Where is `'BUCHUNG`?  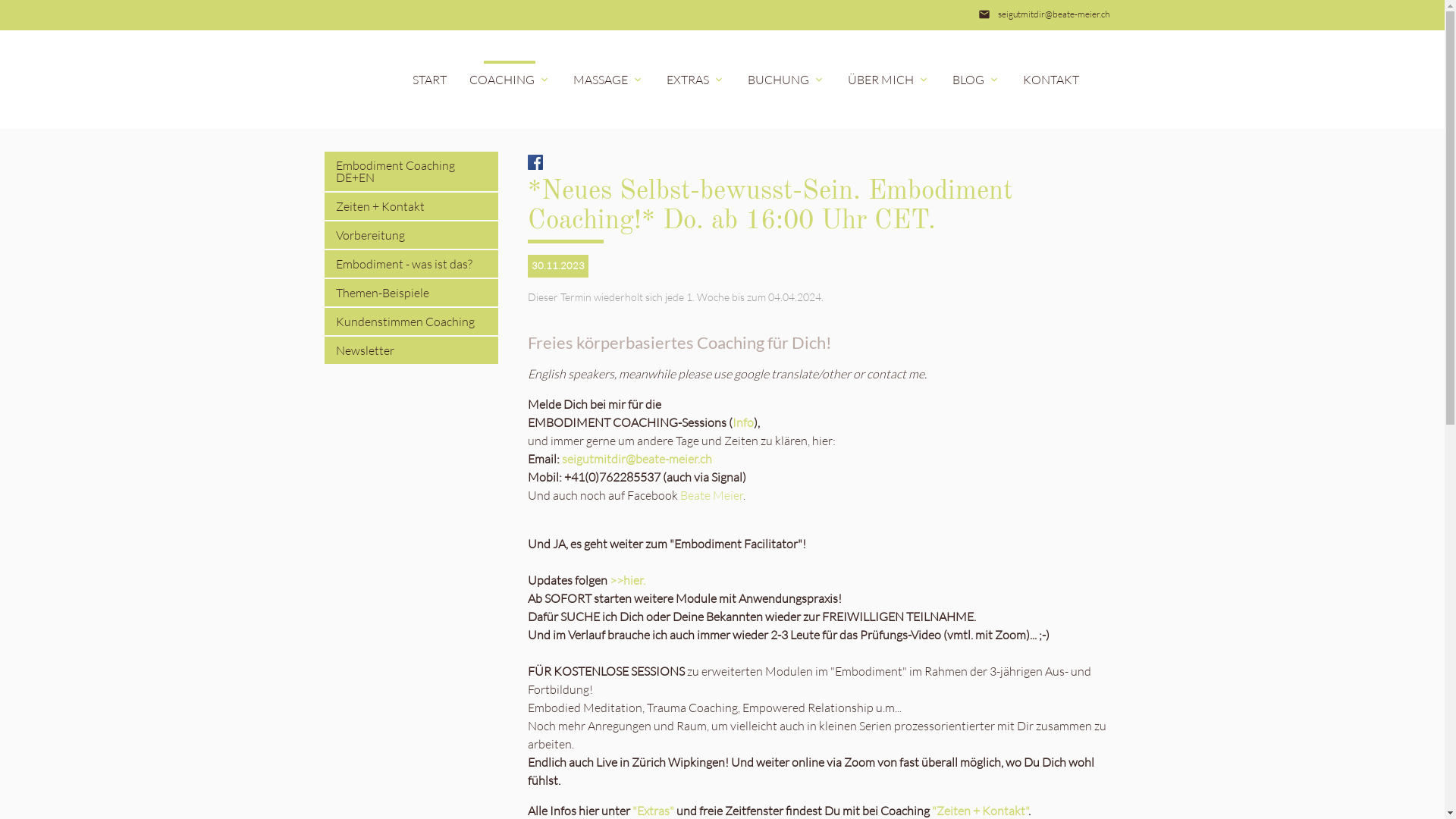
'BUCHUNG is located at coordinates (735, 79).